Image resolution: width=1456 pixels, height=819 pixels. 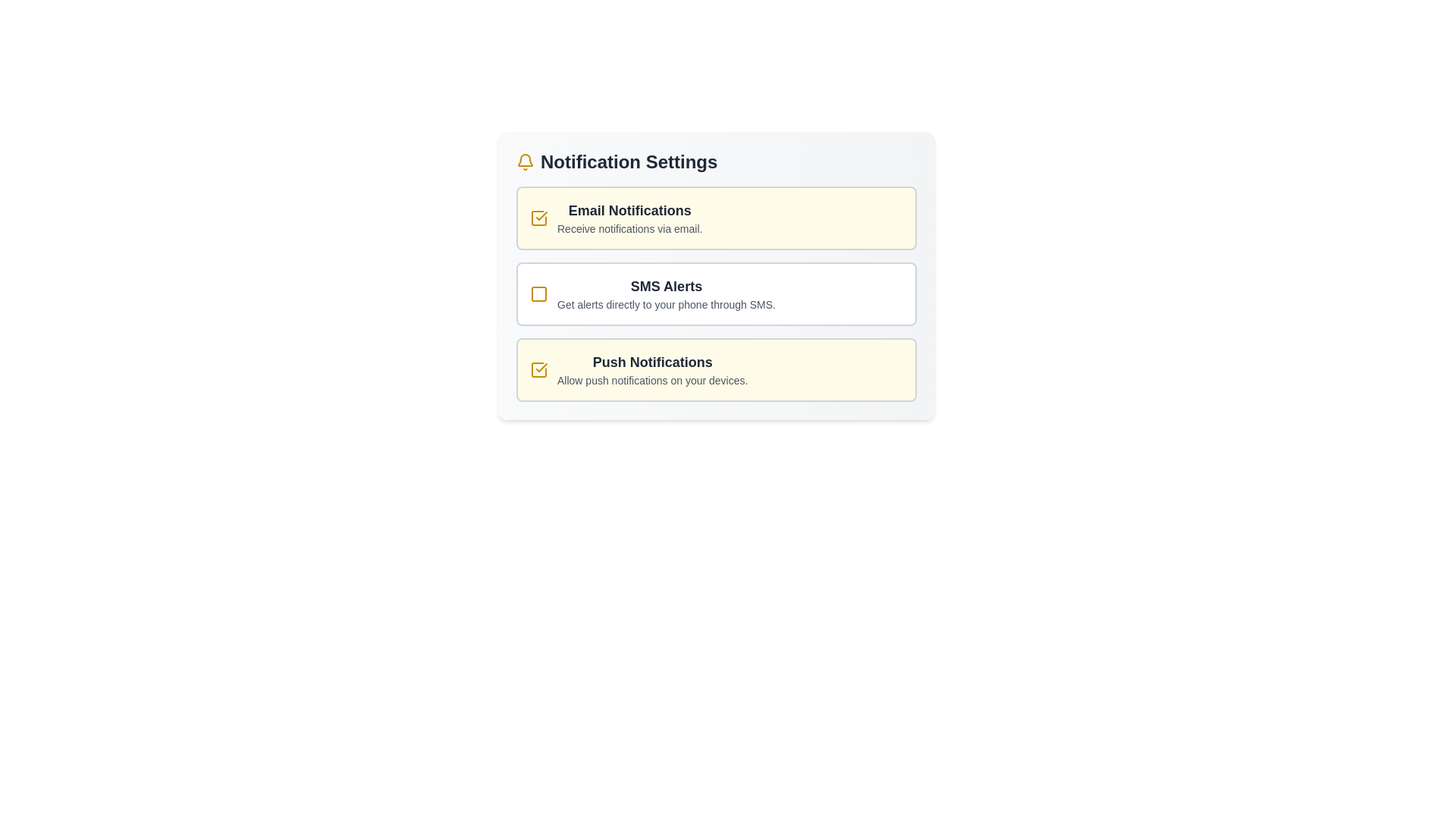 What do you see at coordinates (525, 162) in the screenshot?
I see `the notification icon that is visually representative of the Notification Settings header, positioned to the left of the 'Notification Settings' text label` at bounding box center [525, 162].